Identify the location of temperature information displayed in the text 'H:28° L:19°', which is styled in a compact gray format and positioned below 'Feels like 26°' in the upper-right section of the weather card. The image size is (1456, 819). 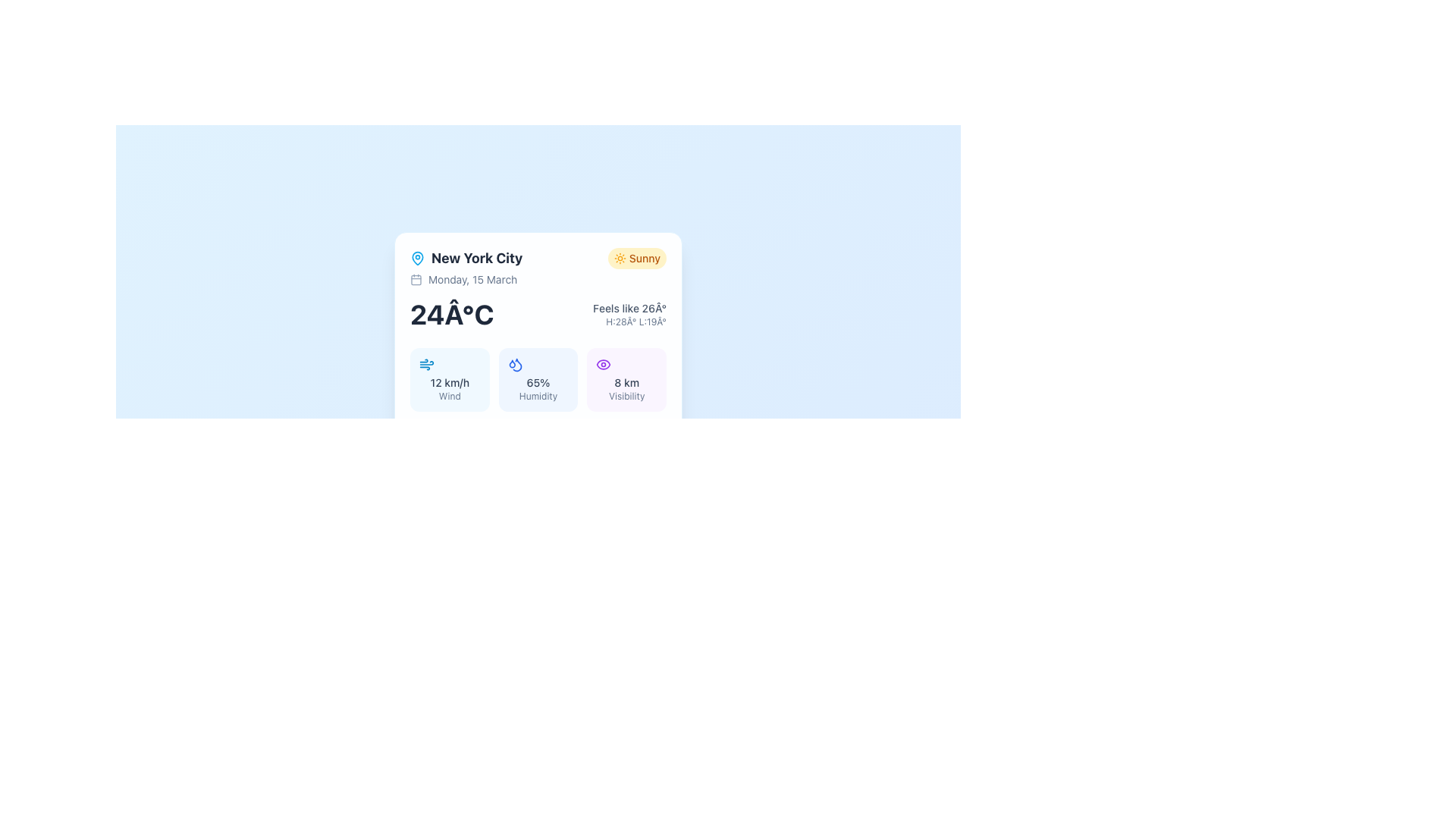
(629, 321).